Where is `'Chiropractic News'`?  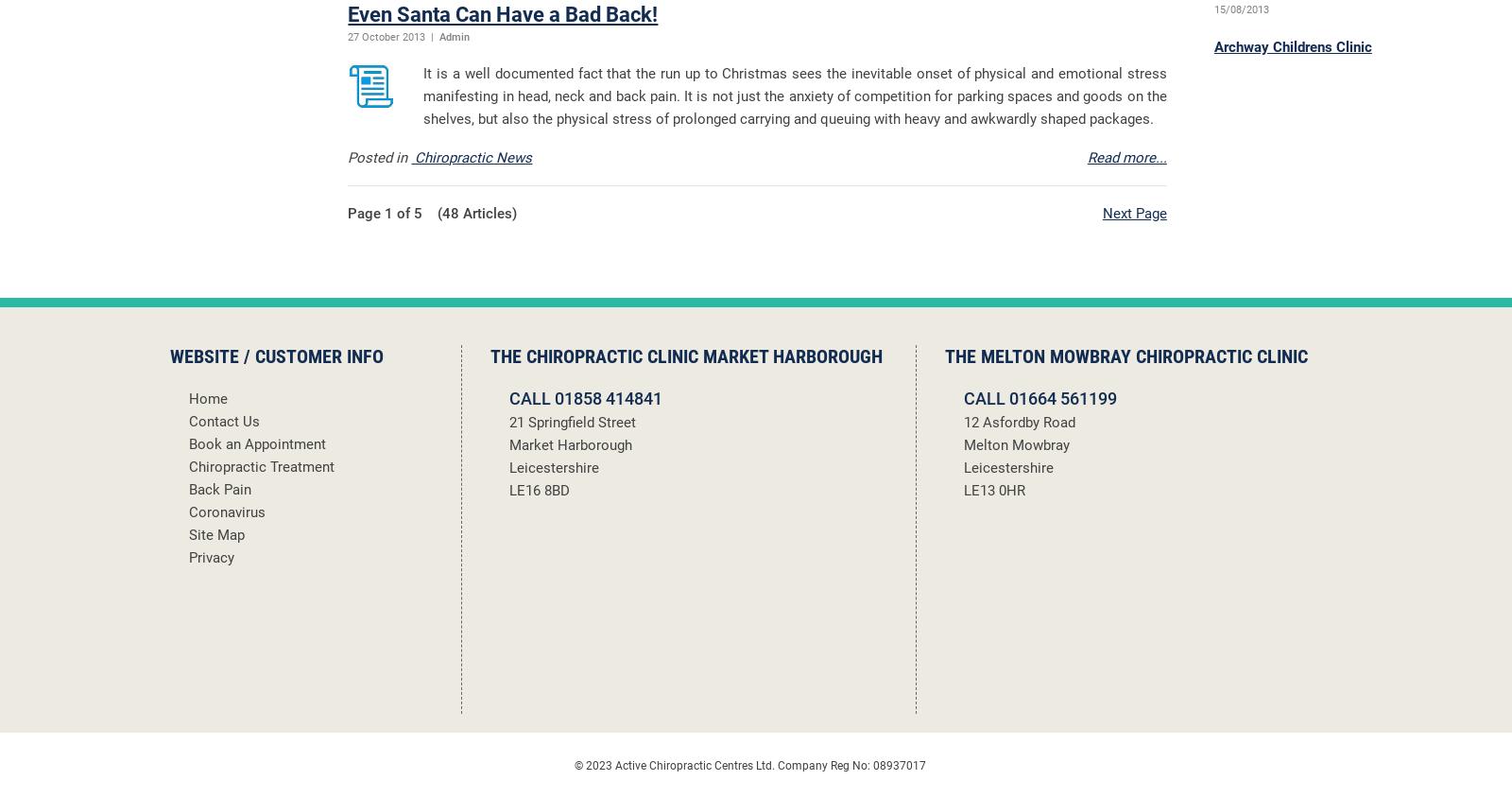 'Chiropractic News' is located at coordinates (471, 157).